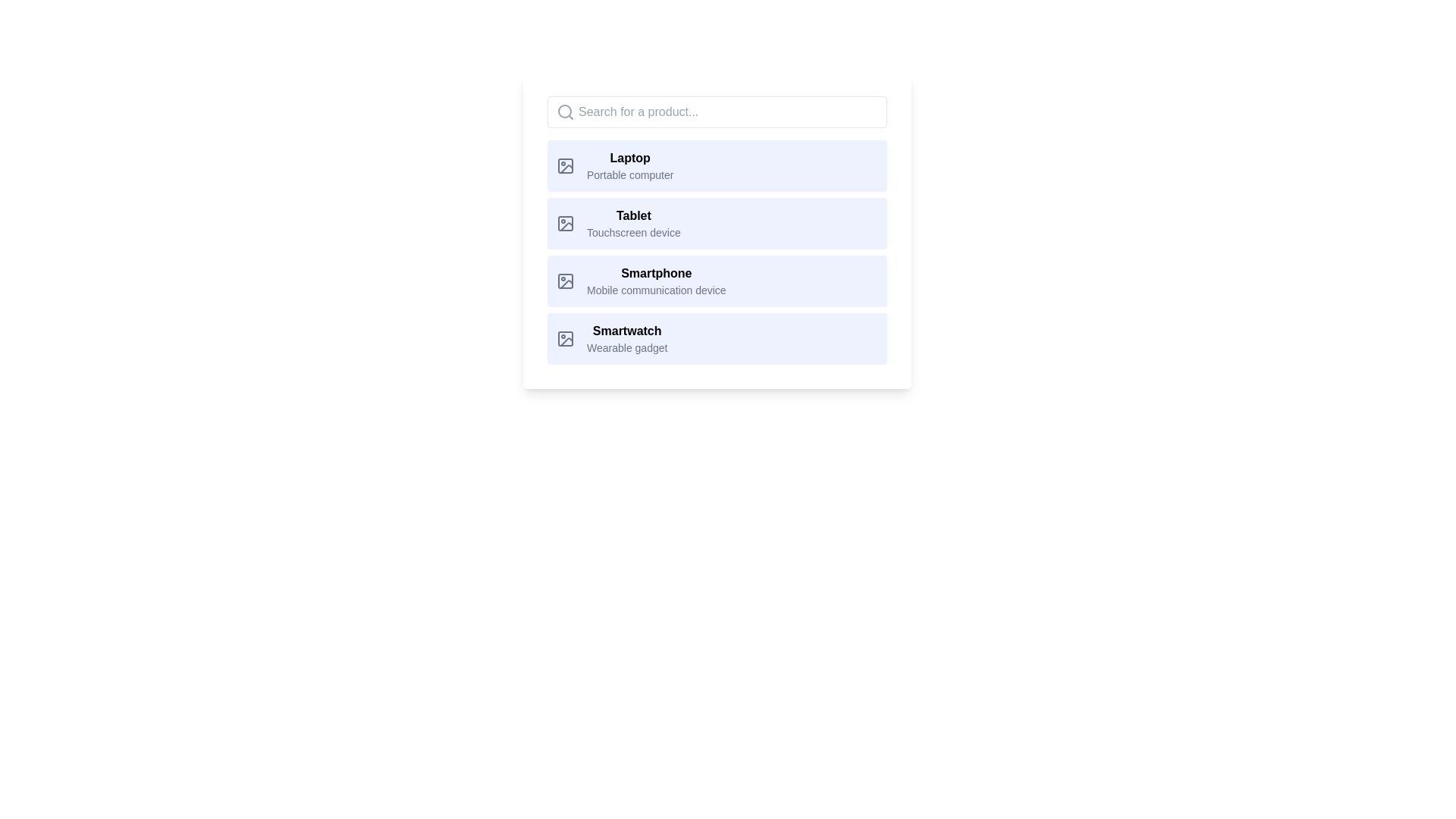 The width and height of the screenshot is (1456, 819). Describe the element at coordinates (716, 251) in the screenshot. I see `the second item in the vertical list of selection menu which includes 'Tablet' and its subtitle 'Wearable gadget'` at that location.